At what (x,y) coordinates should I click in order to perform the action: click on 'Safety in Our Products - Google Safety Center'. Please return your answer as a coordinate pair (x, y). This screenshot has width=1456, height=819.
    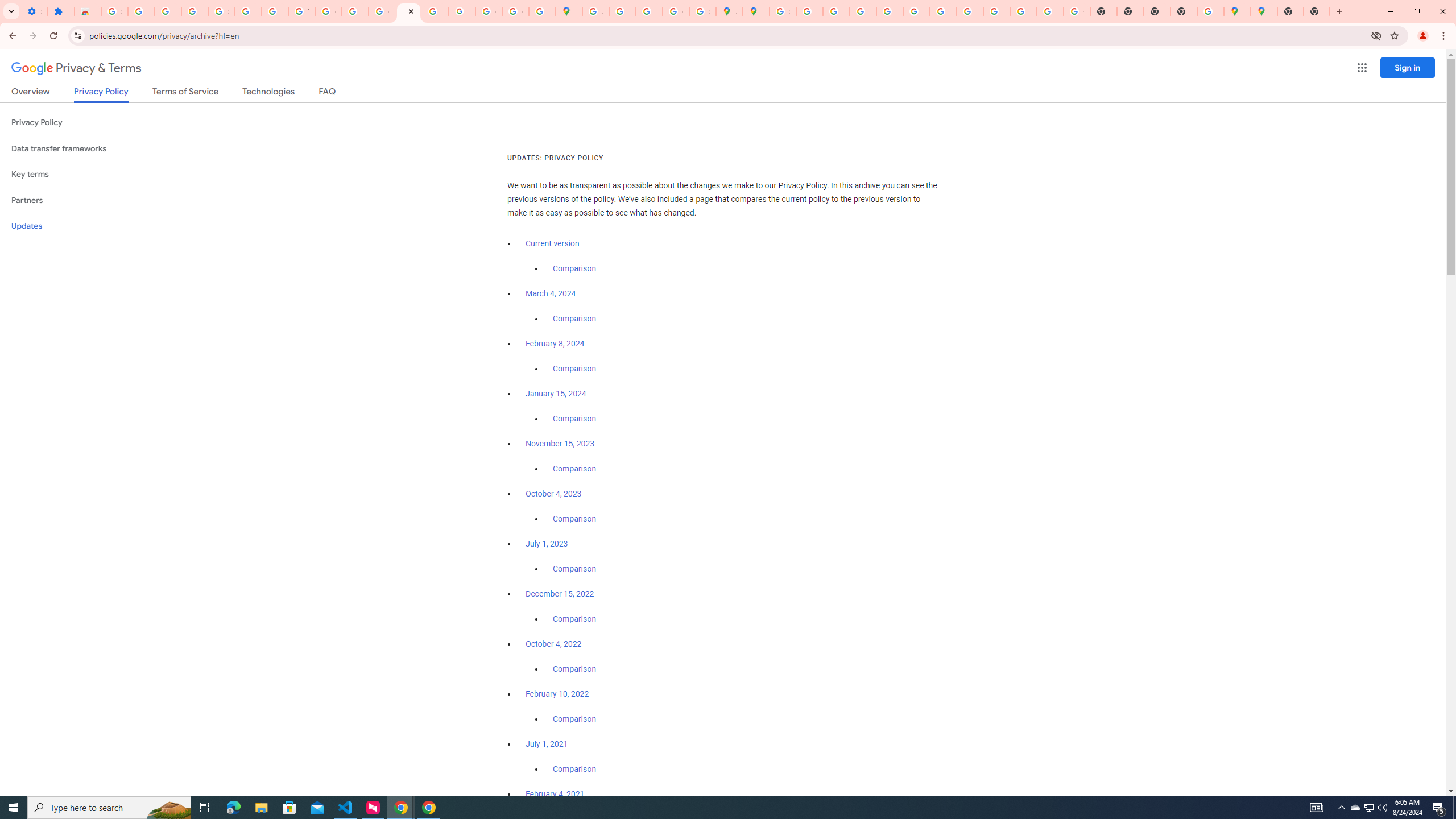
    Looking at the image, I should click on (702, 11).